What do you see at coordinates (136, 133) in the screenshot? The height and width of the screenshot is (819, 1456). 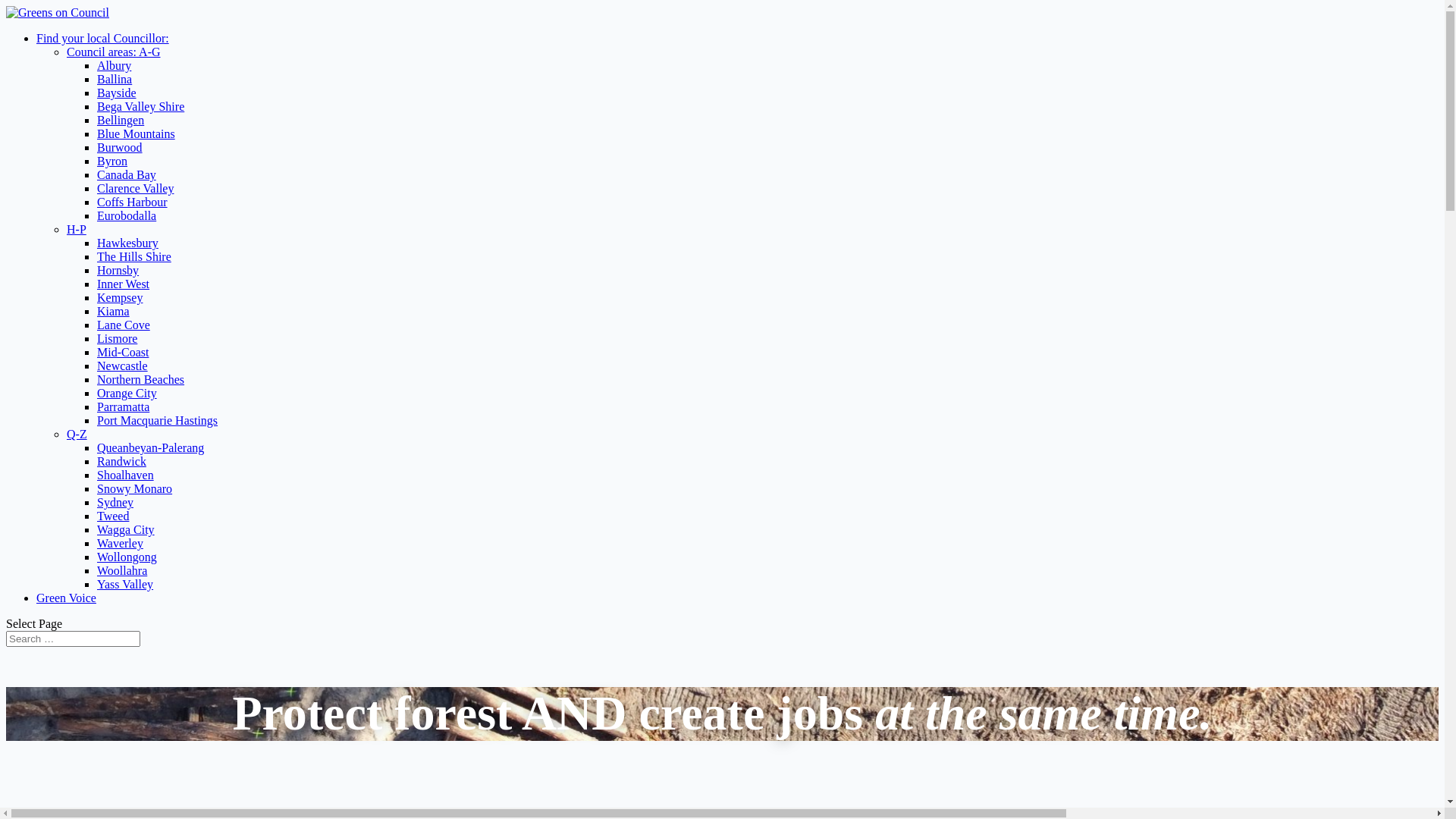 I see `'Blue Mountains'` at bounding box center [136, 133].